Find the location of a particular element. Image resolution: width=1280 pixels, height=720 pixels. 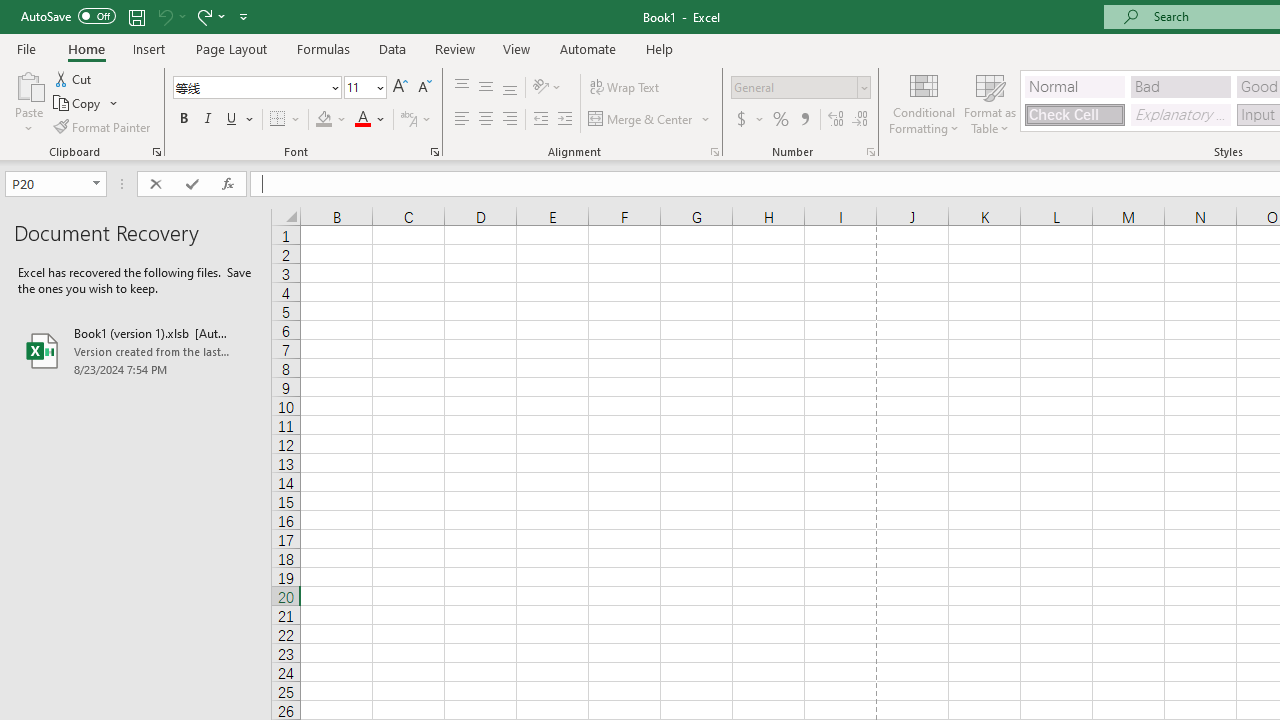

'Show Phonetic Field' is located at coordinates (407, 119).